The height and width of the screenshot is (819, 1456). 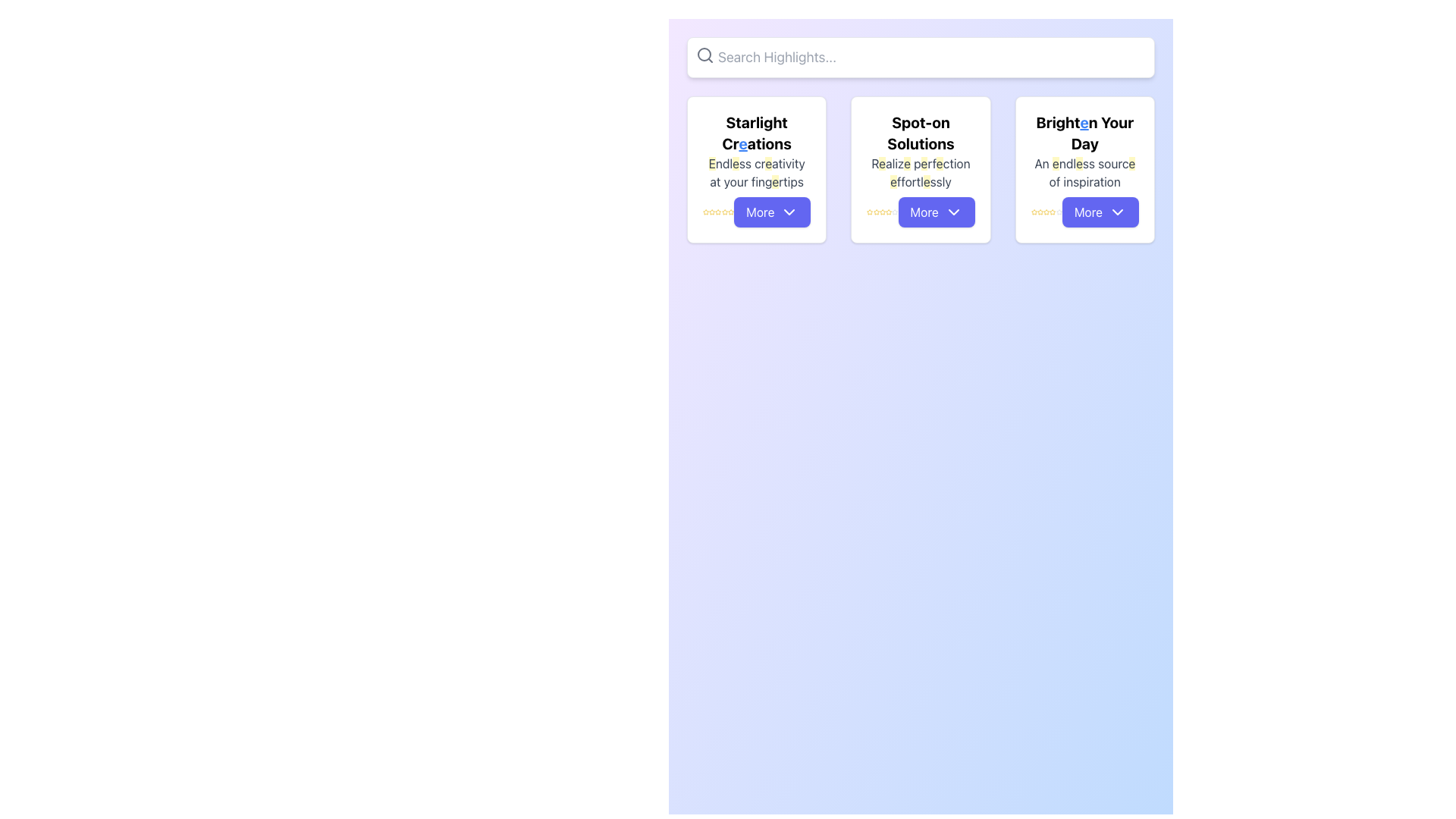 What do you see at coordinates (876, 212) in the screenshot?
I see `the second star icon in the rating system located beneath the 'Spot-on Solutions' description text and above the 'More' button` at bounding box center [876, 212].